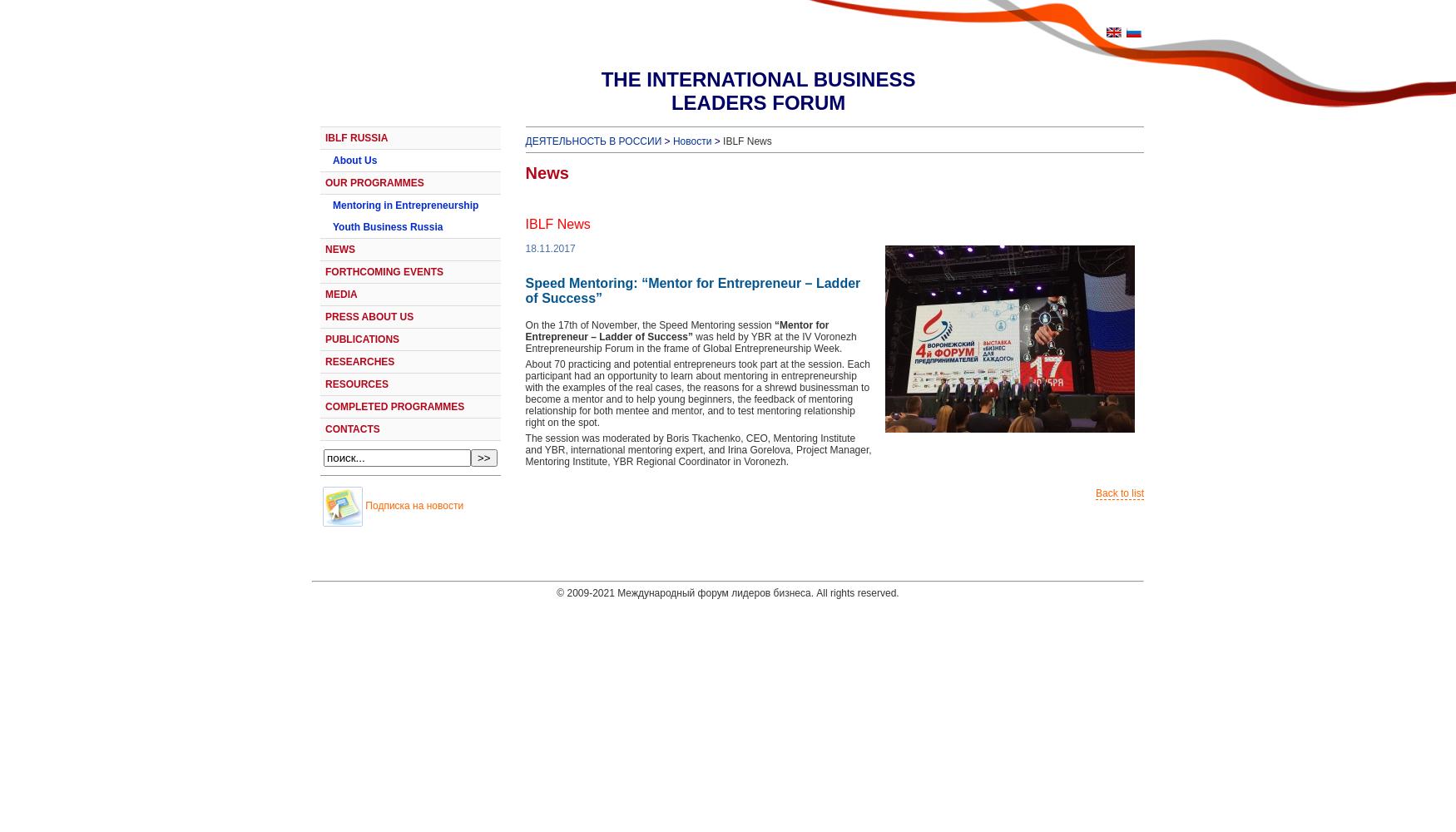  What do you see at coordinates (354, 160) in the screenshot?
I see `'About Us'` at bounding box center [354, 160].